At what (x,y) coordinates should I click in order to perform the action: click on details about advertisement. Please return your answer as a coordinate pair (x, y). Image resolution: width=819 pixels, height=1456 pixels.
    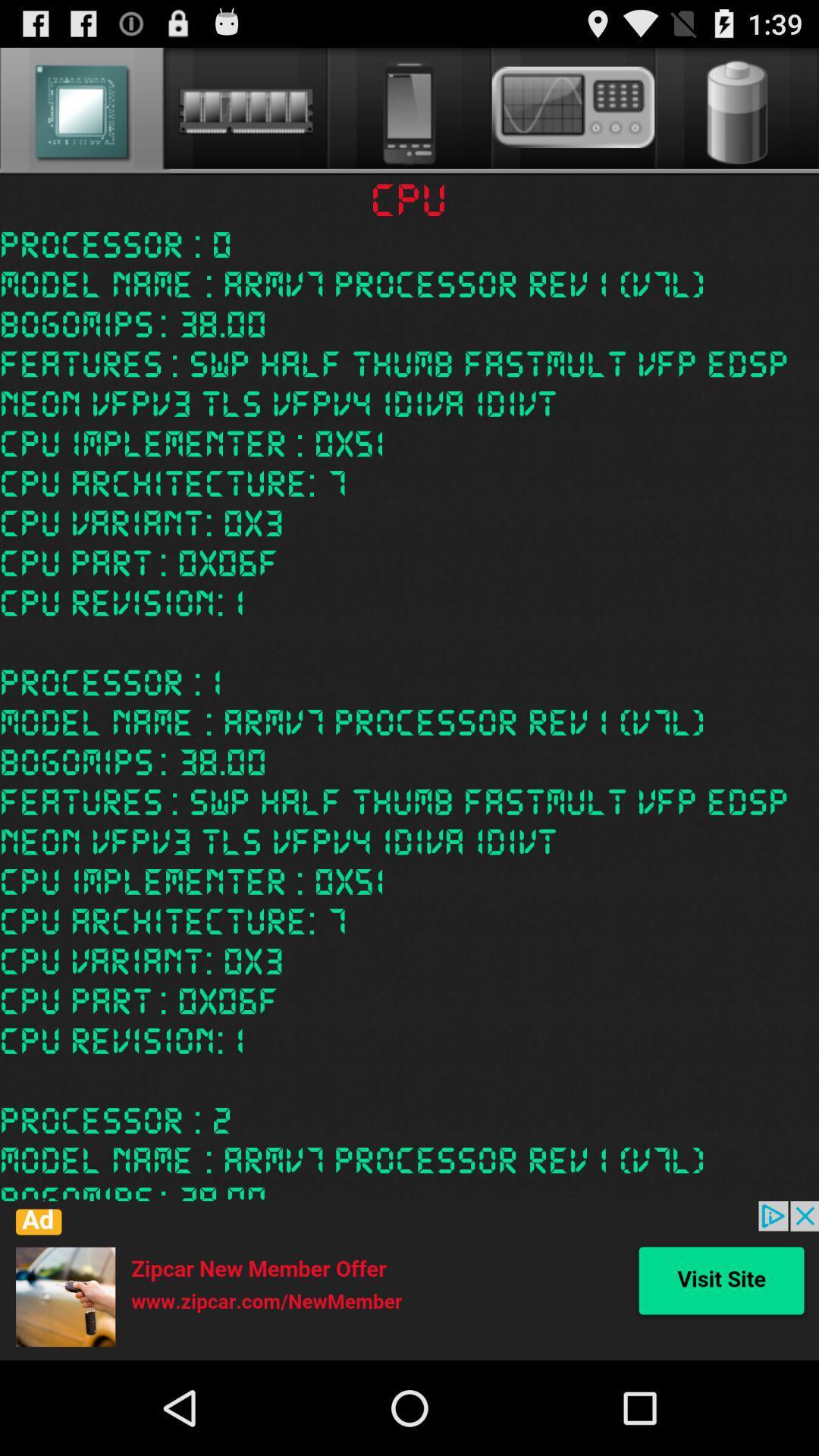
    Looking at the image, I should click on (409, 1280).